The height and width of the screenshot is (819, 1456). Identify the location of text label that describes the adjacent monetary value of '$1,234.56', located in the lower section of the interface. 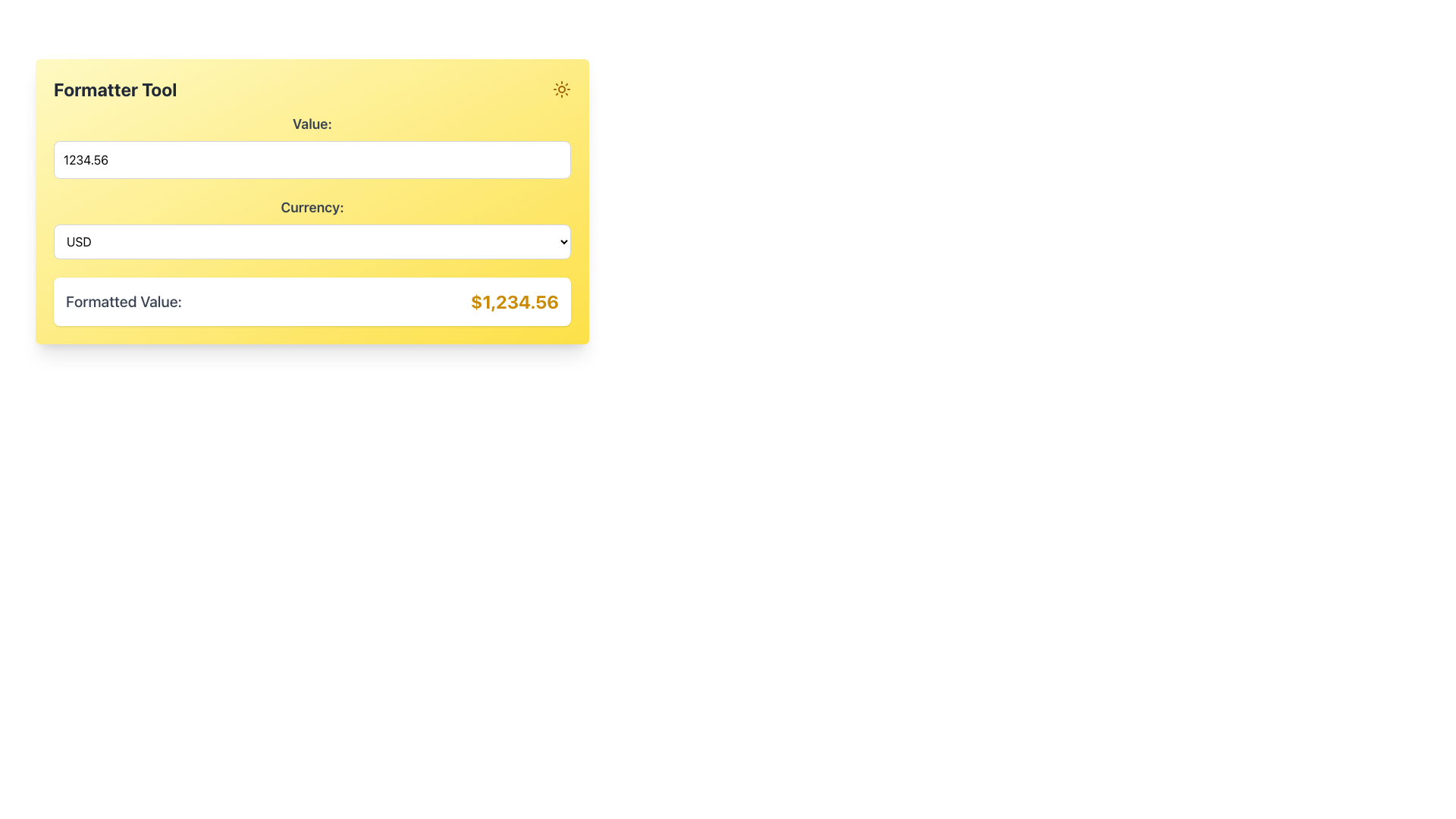
(124, 301).